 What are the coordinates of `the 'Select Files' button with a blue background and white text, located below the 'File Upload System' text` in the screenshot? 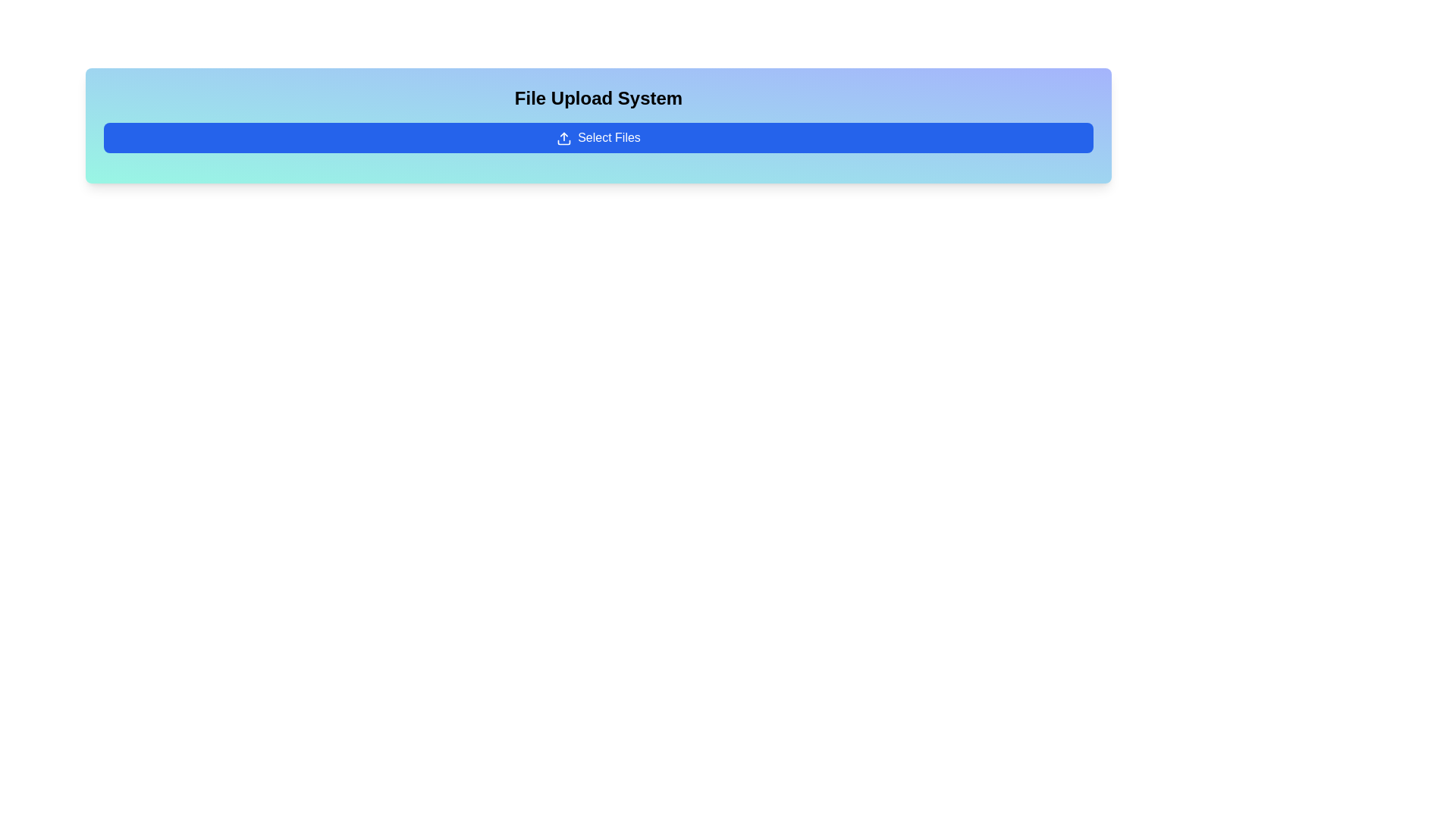 It's located at (598, 137).